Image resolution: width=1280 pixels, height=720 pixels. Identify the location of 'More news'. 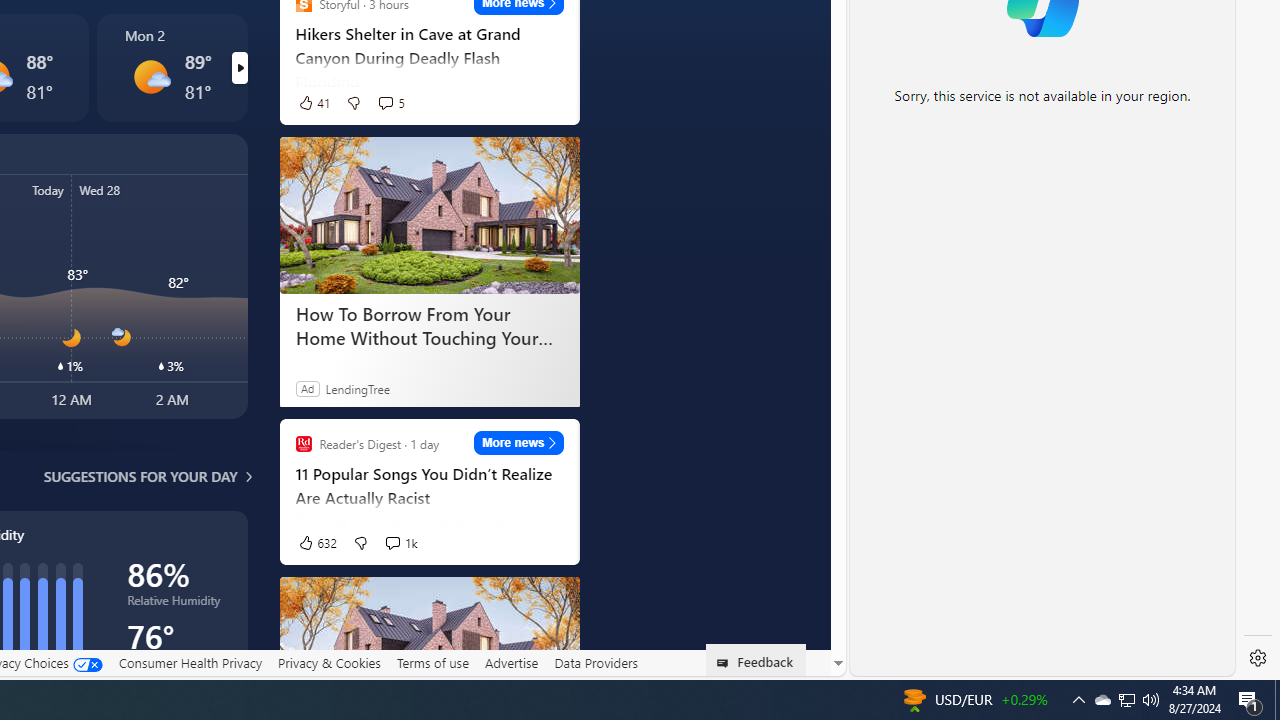
(519, 442).